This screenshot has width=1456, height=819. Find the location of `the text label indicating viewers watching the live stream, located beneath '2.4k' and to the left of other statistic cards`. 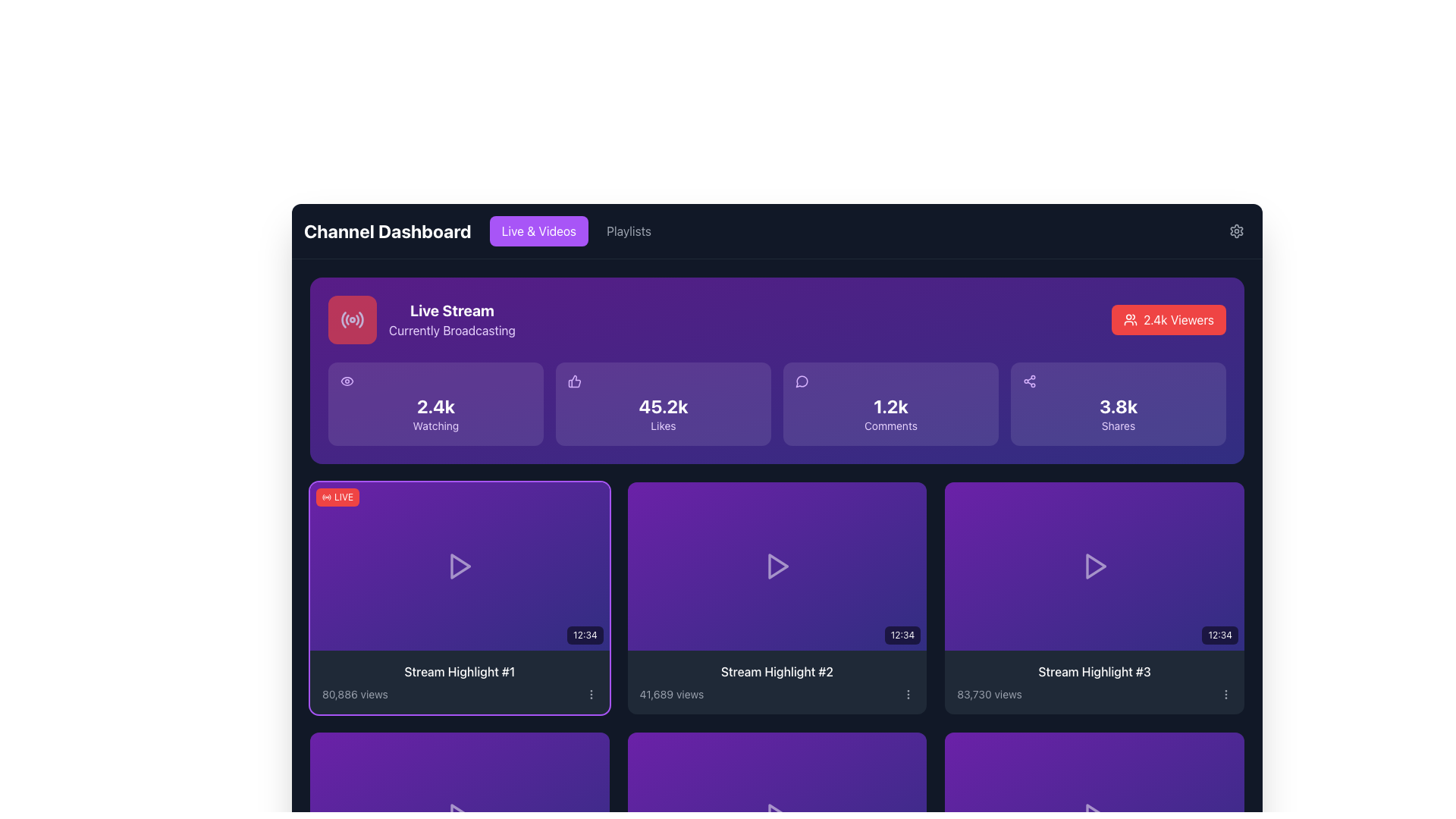

the text label indicating viewers watching the live stream, located beneath '2.4k' and to the left of other statistic cards is located at coordinates (435, 426).